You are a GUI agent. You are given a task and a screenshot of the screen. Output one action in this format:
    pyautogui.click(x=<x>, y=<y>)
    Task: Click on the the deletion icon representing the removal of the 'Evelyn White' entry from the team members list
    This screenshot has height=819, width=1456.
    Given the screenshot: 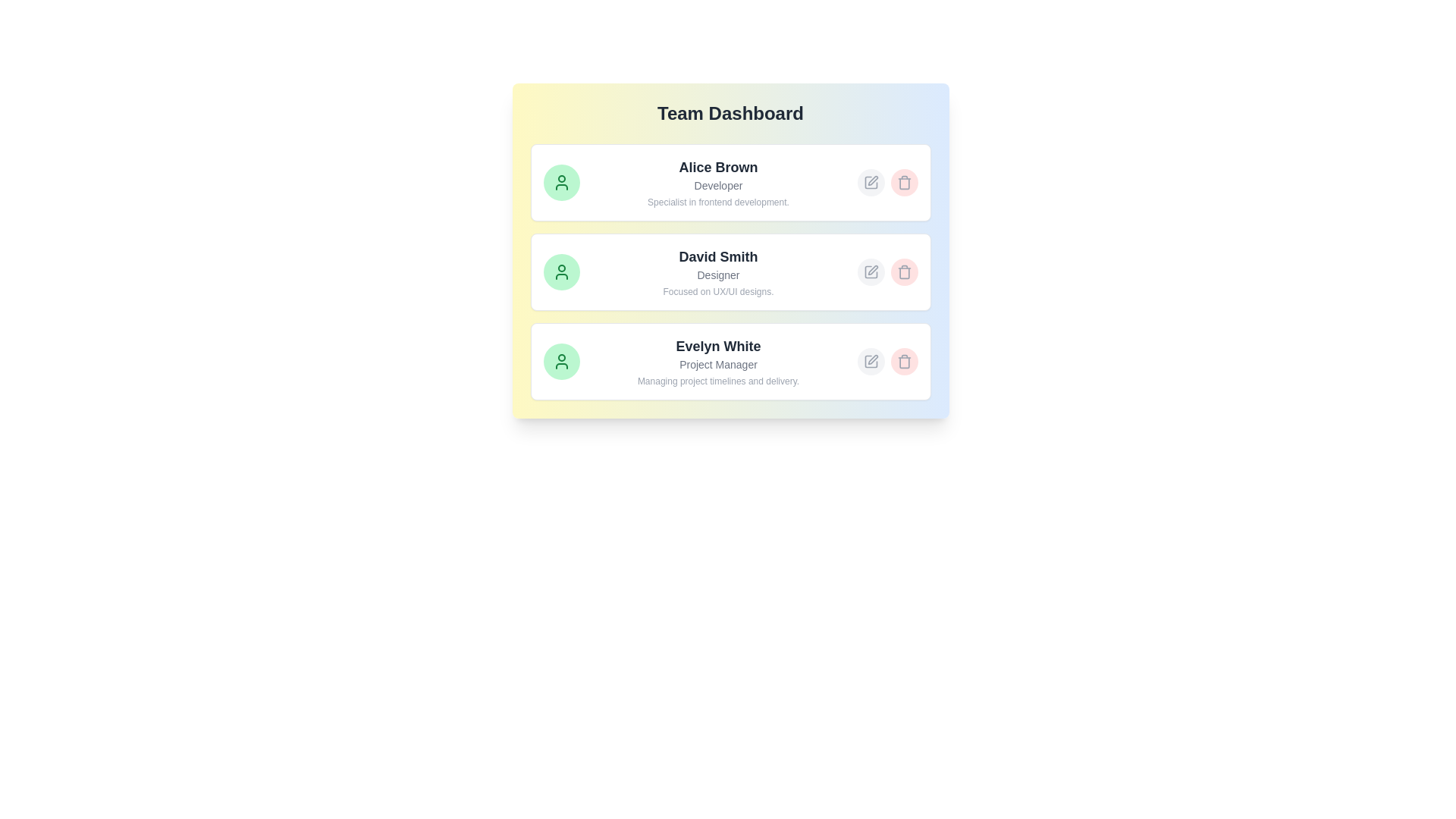 What is the action you would take?
    pyautogui.click(x=904, y=362)
    